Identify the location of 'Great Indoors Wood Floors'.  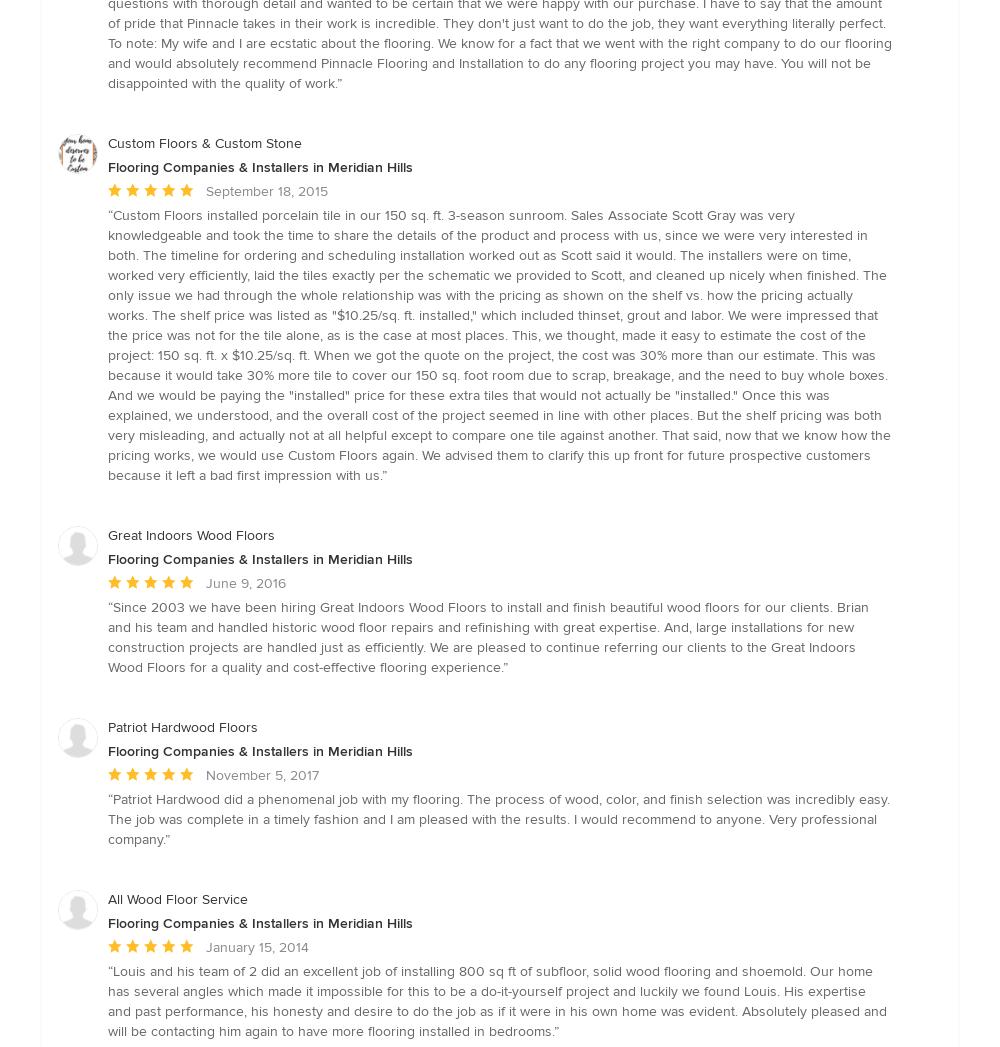
(190, 535).